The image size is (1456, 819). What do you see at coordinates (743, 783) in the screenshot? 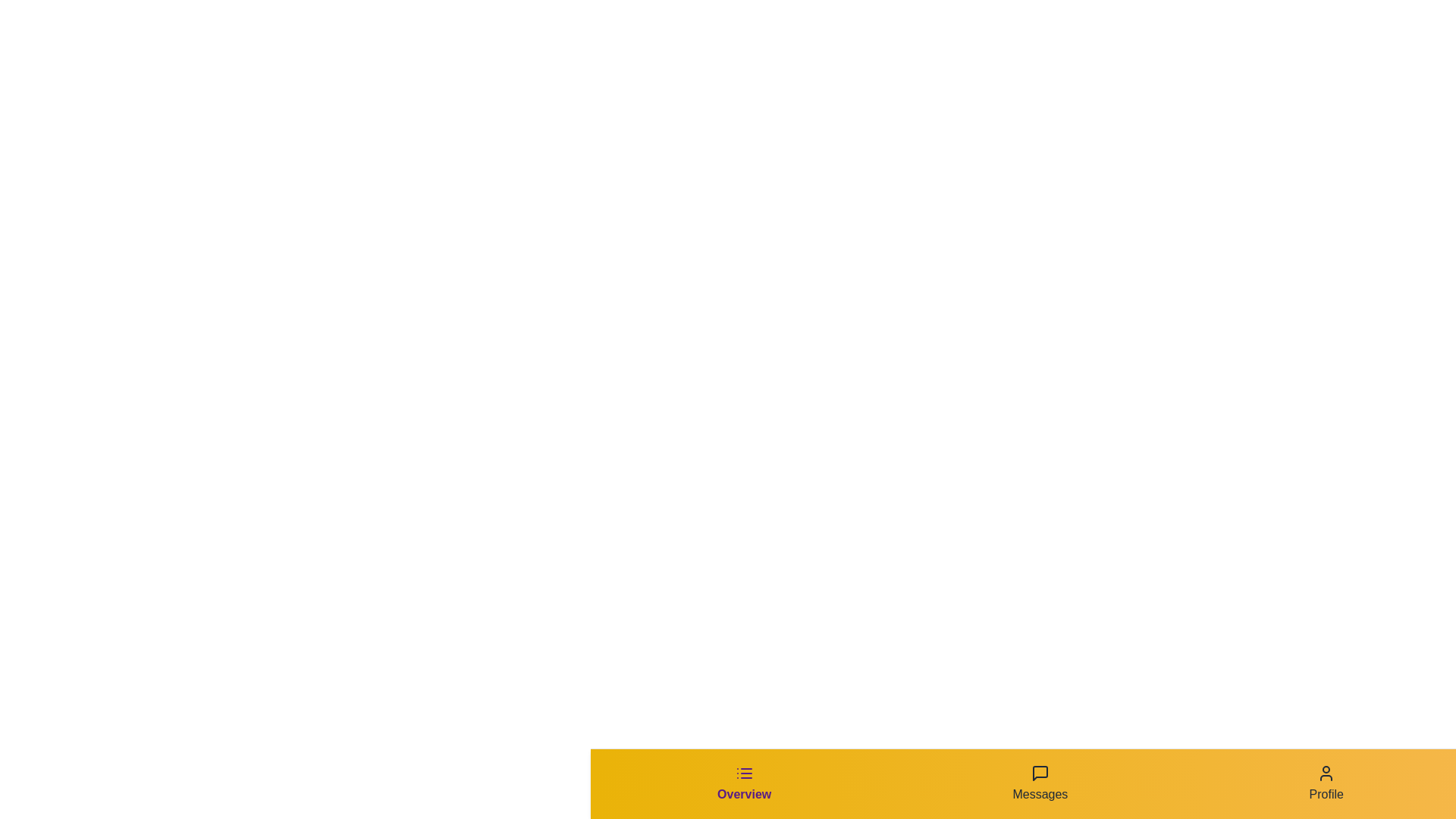
I see `the tab corresponding to Overview` at bounding box center [743, 783].